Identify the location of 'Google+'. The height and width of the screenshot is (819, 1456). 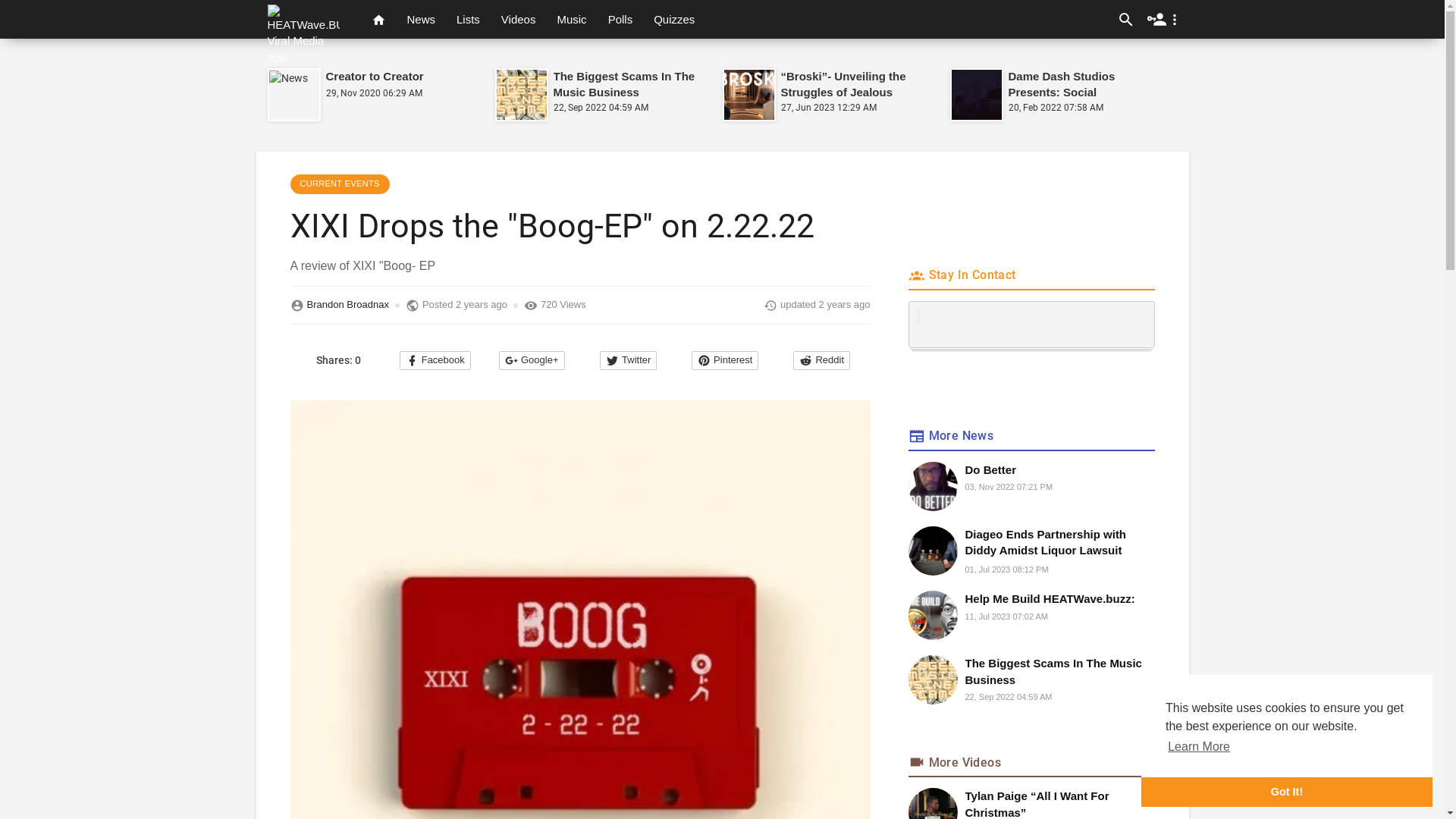
(532, 360).